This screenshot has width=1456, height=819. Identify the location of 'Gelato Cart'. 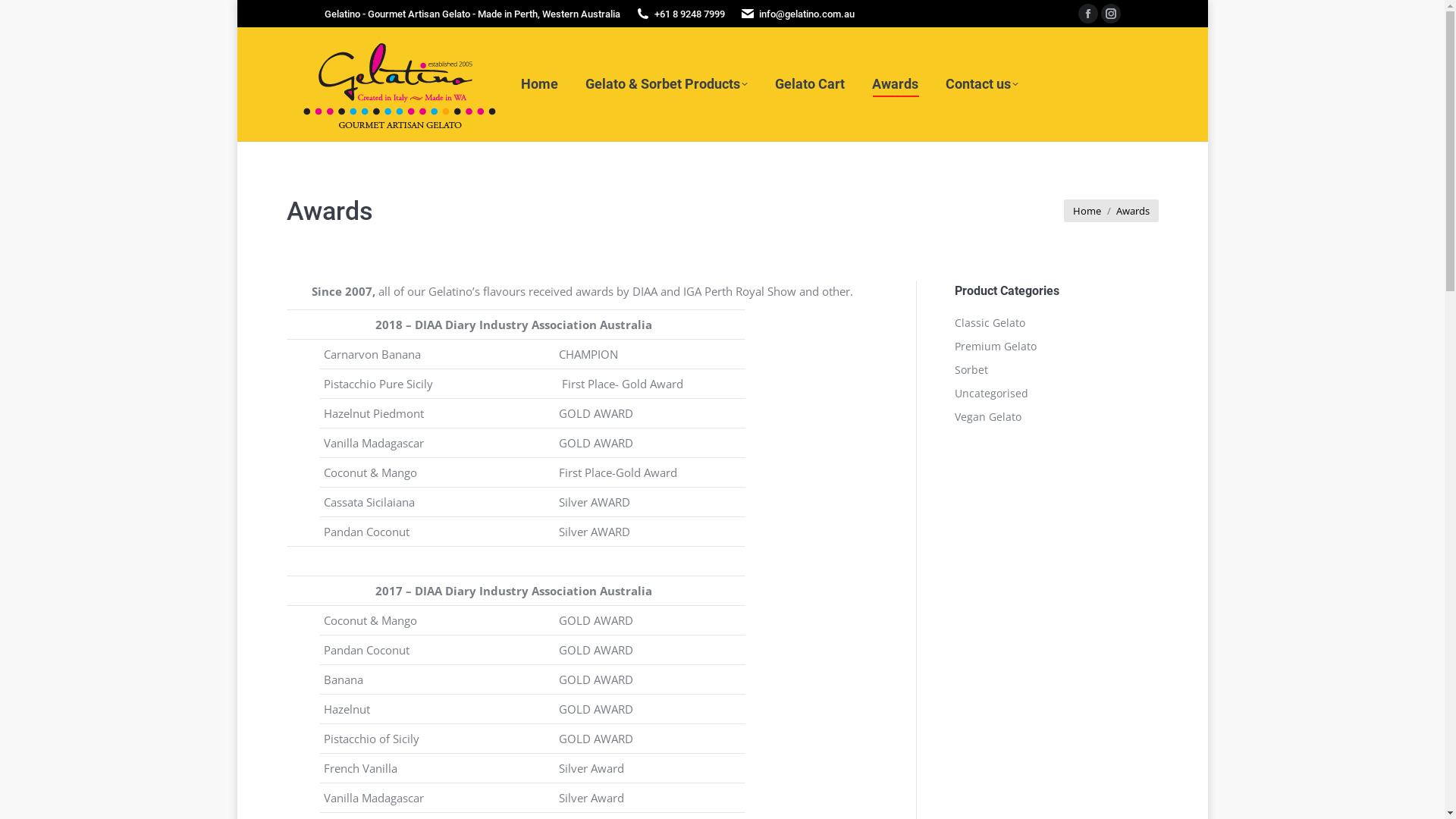
(808, 84).